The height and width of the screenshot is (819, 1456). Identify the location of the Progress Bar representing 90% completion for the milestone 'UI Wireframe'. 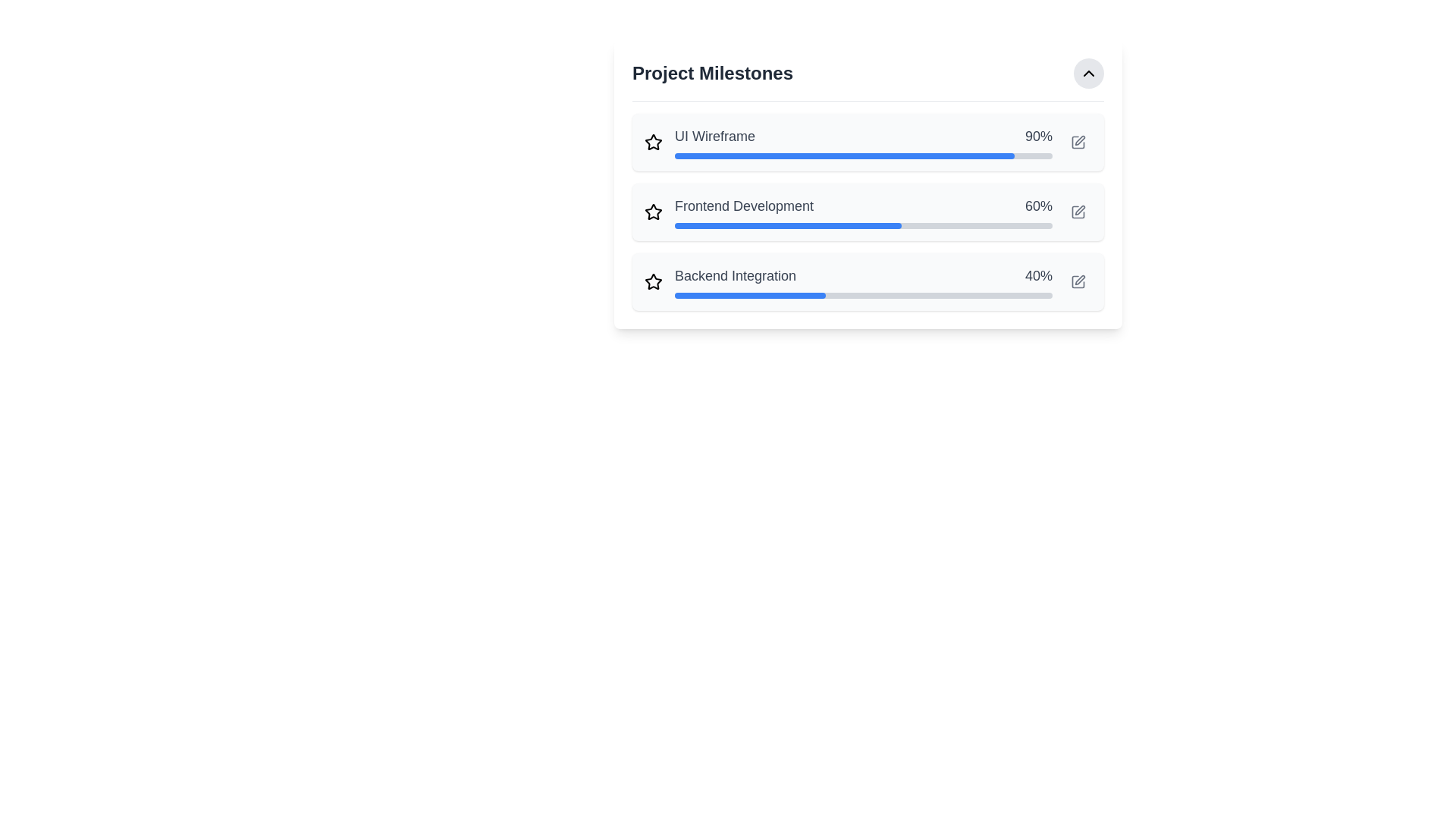
(863, 155).